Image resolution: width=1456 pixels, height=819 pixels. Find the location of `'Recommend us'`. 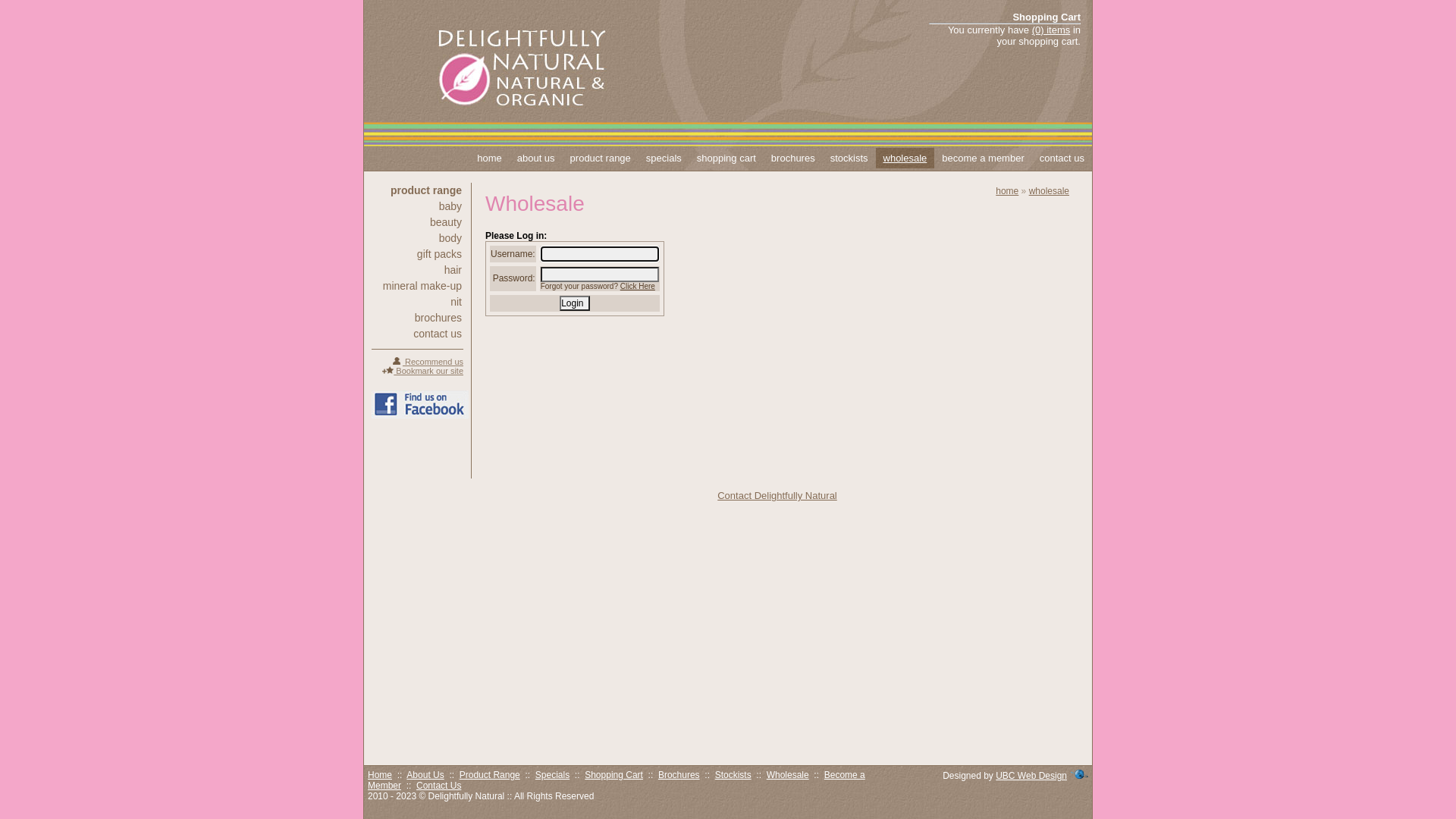

'Recommend us' is located at coordinates (426, 362).